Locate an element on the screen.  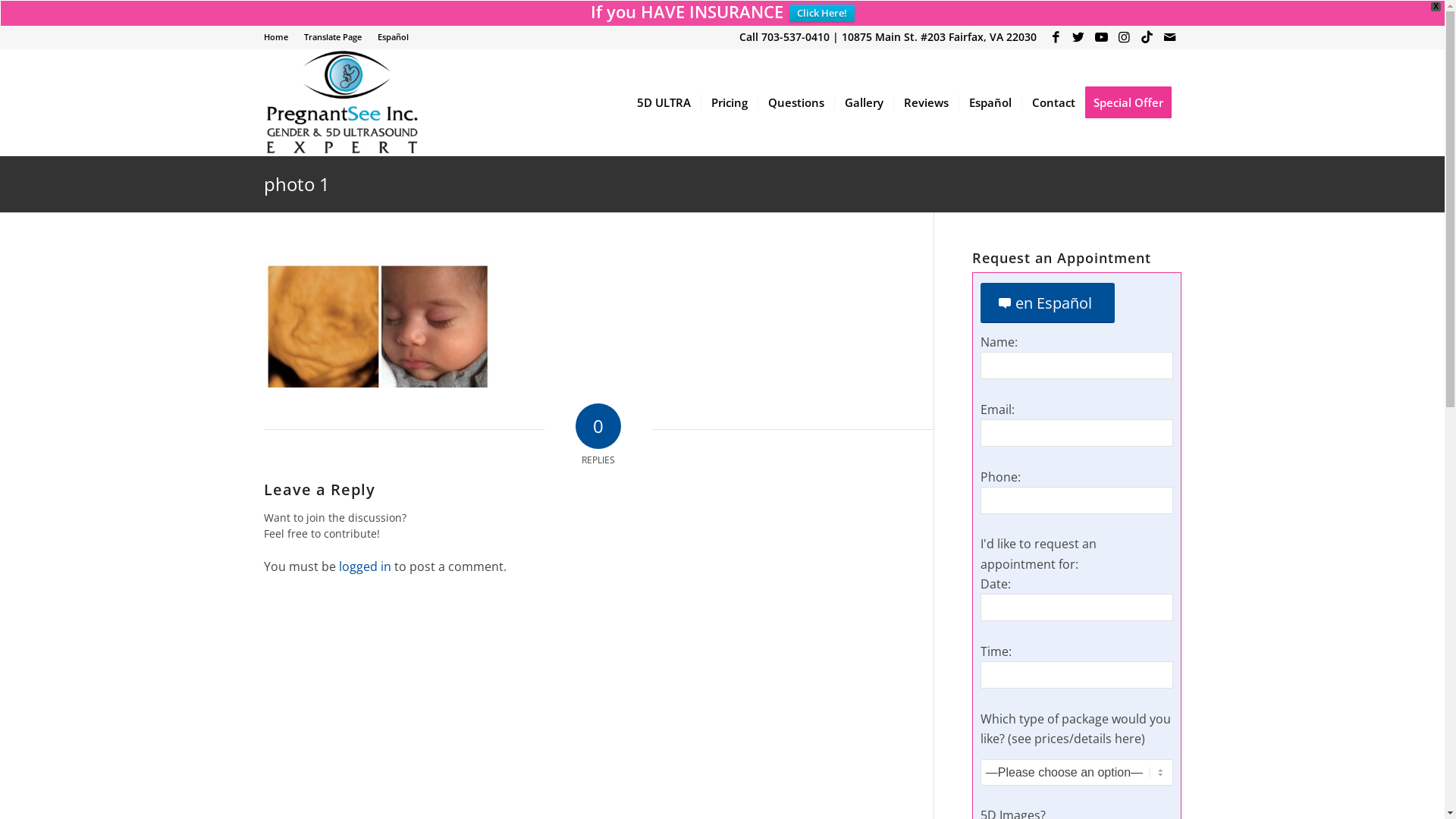
'Special Offer' is located at coordinates (1132, 102).